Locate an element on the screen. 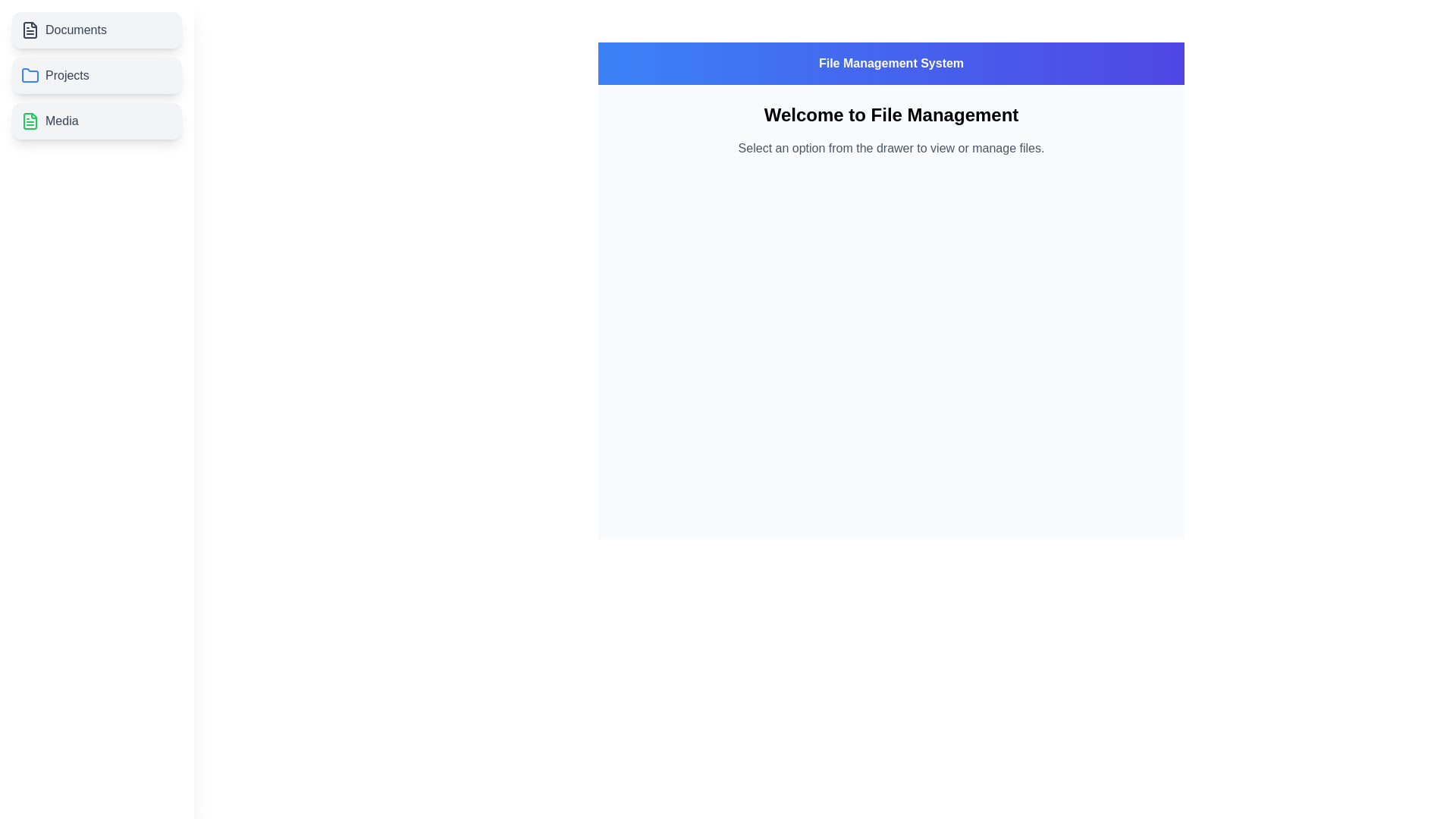 This screenshot has height=819, width=1456. the file category Documents by clicking on its respective list item is located at coordinates (96, 30).